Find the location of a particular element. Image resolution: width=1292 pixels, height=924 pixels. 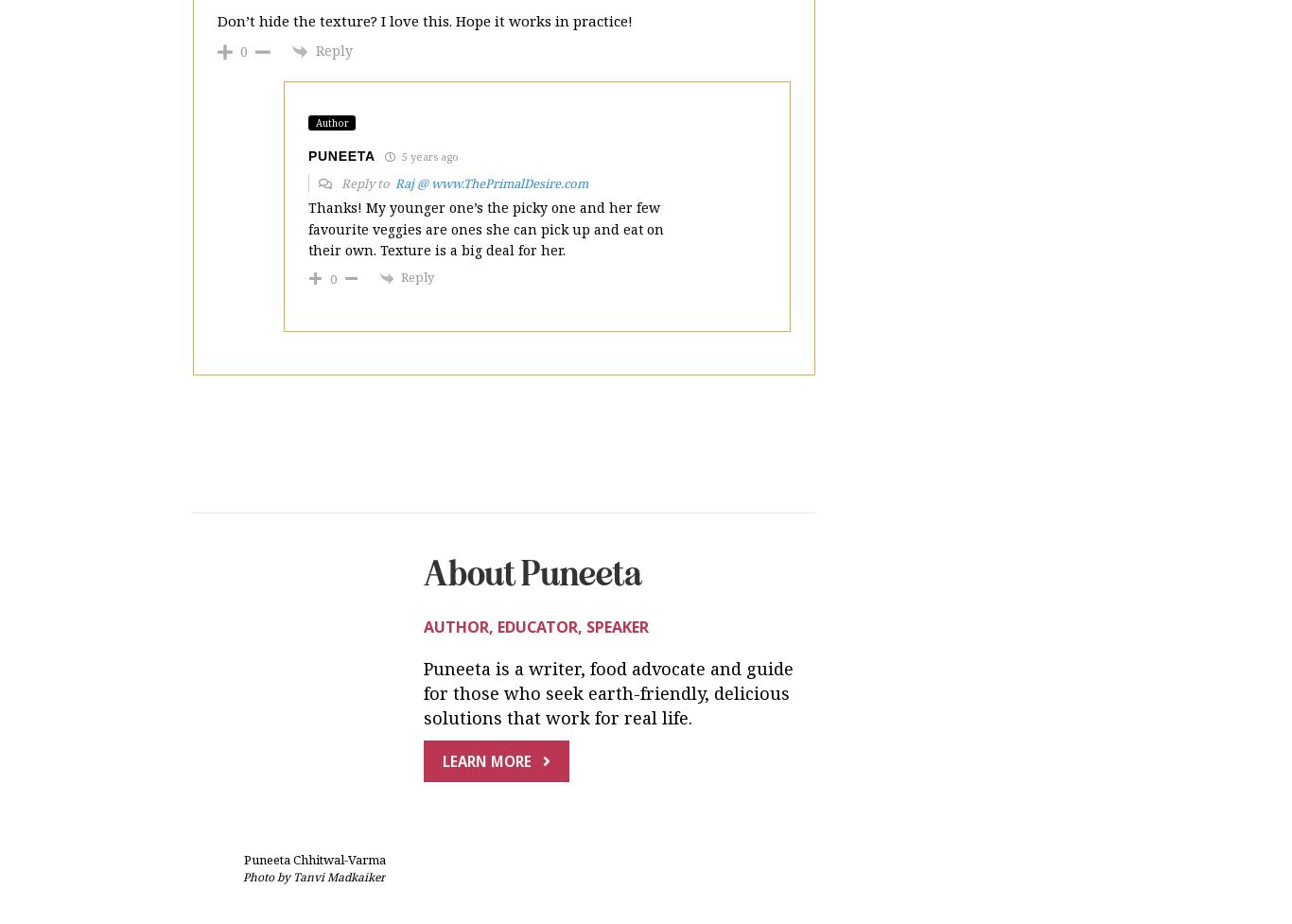

'Raj @ www.ThePrimalDesire.com' is located at coordinates (492, 27).